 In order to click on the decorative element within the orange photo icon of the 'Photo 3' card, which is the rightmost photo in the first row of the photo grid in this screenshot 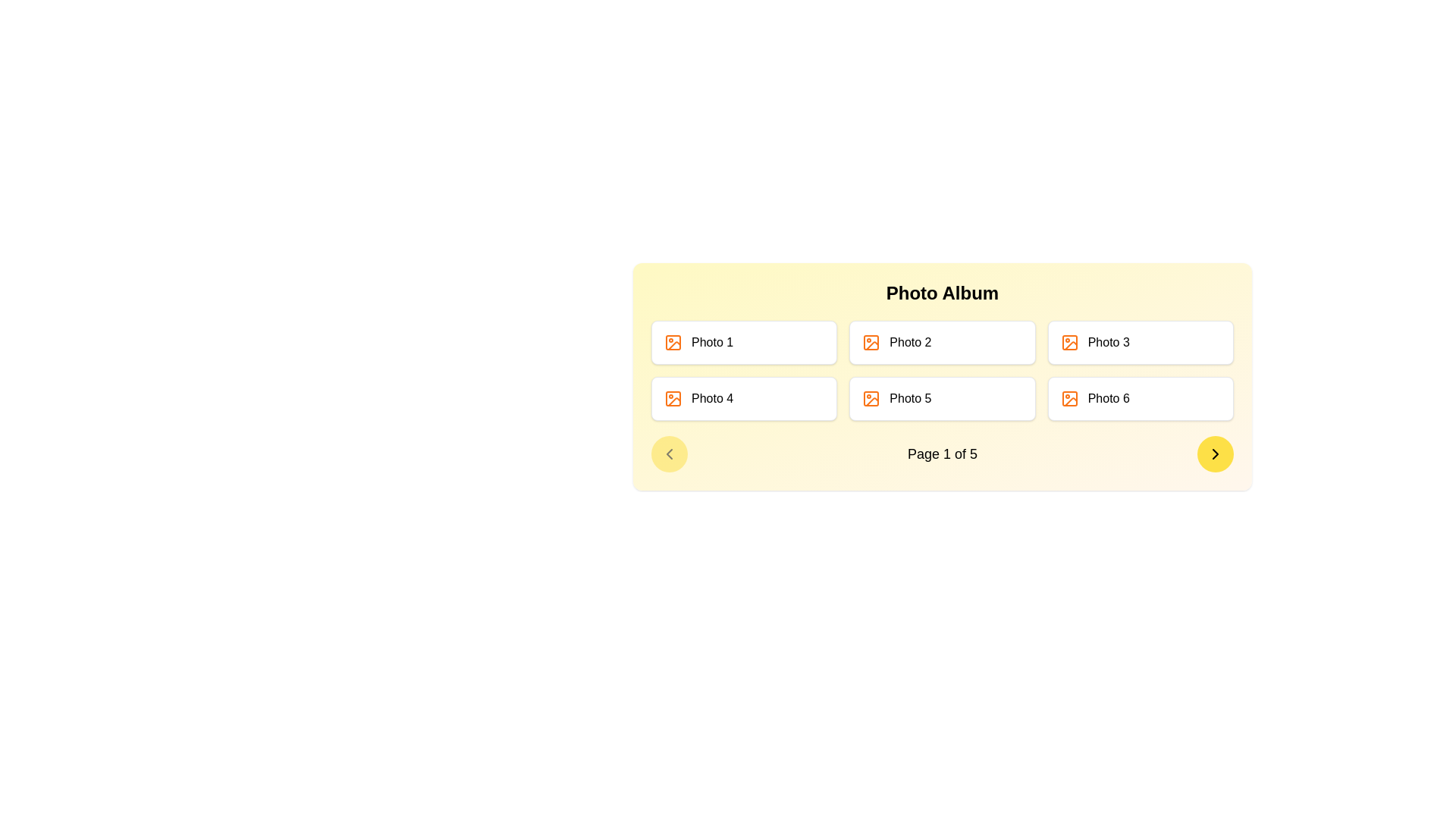, I will do `click(1068, 342)`.